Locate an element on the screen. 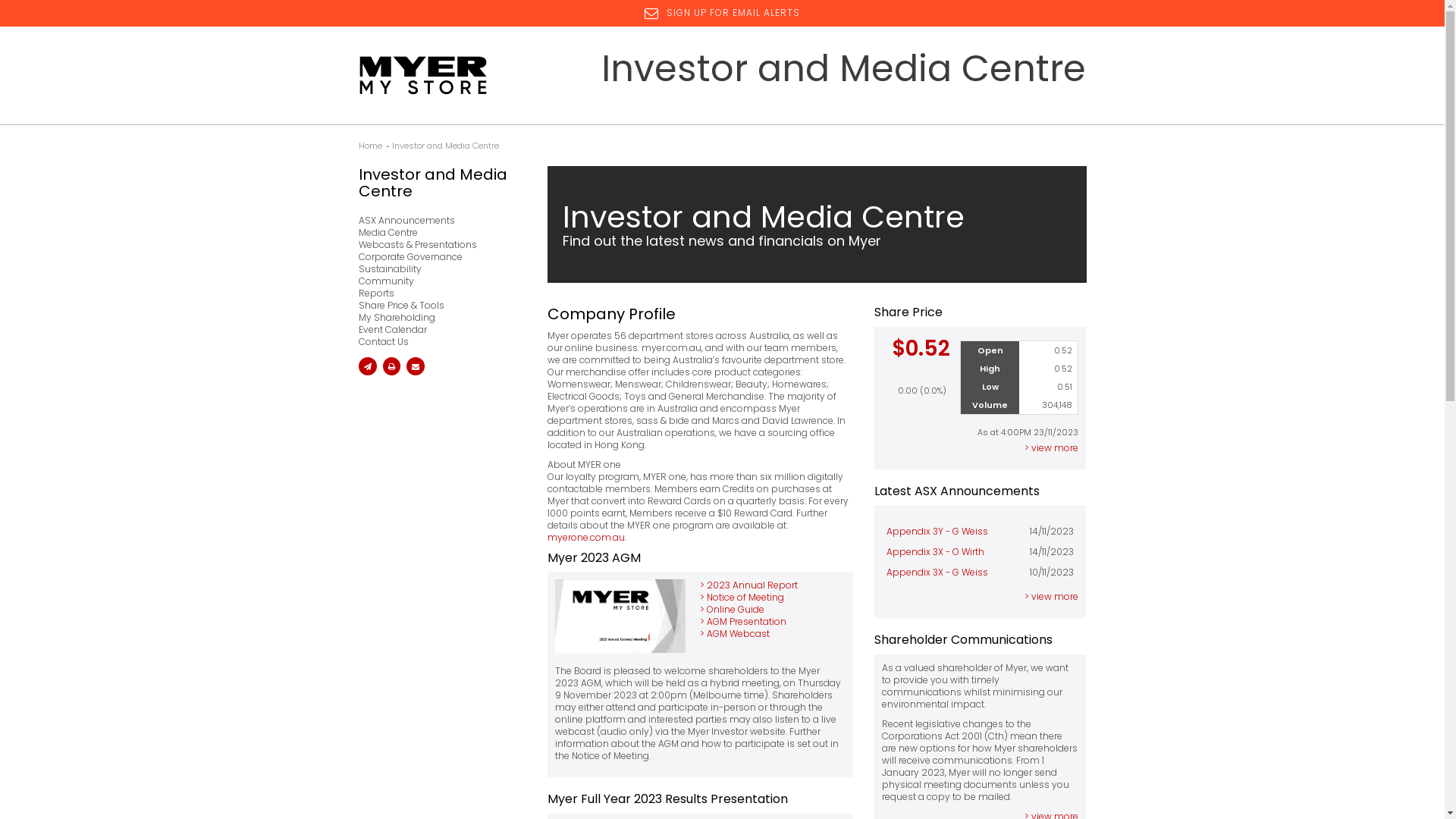 The image size is (1456, 819). 'Webcasts & Presentations' is located at coordinates (437, 244).